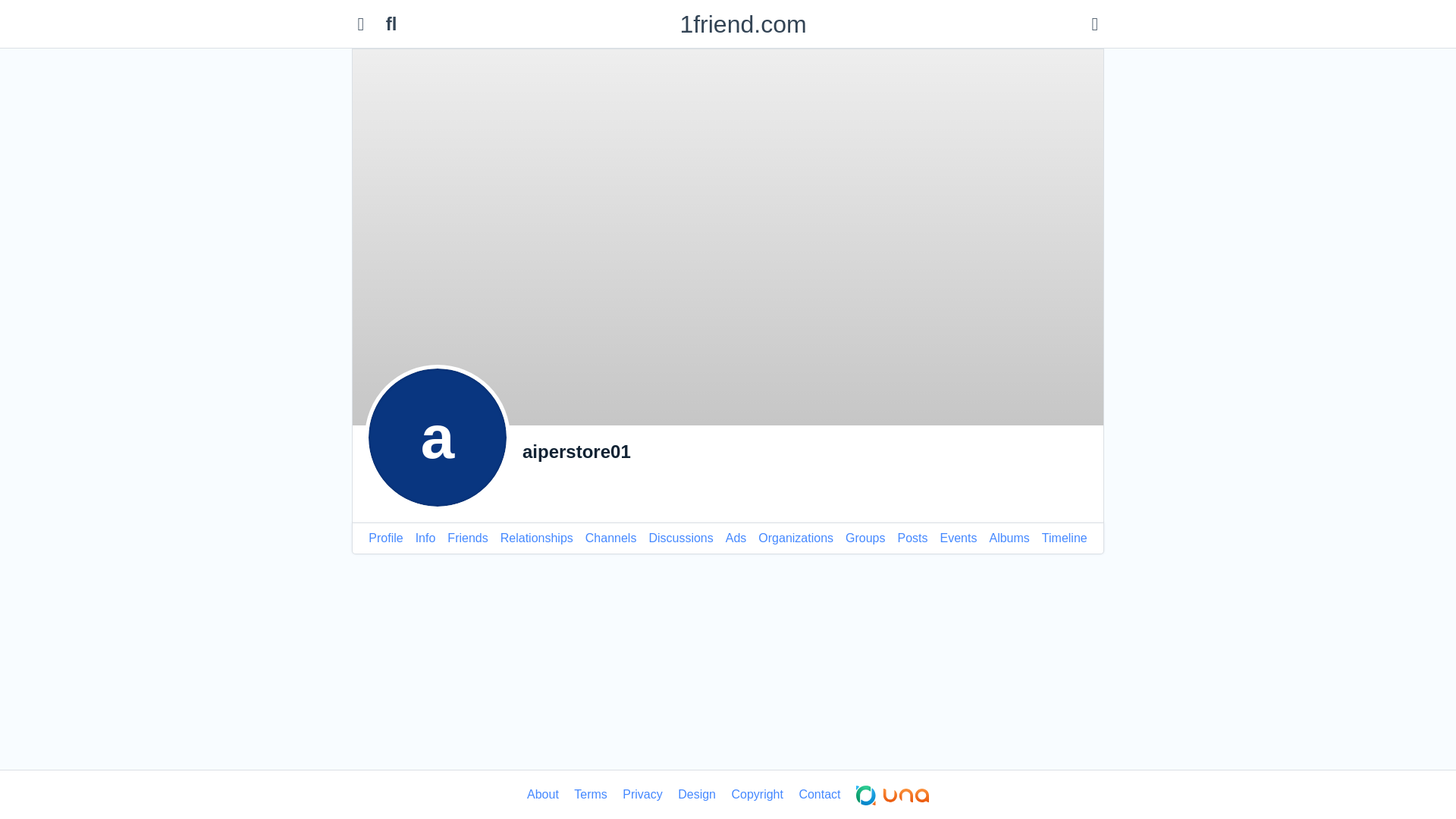  What do you see at coordinates (1063, 537) in the screenshot?
I see `'Timeline'` at bounding box center [1063, 537].